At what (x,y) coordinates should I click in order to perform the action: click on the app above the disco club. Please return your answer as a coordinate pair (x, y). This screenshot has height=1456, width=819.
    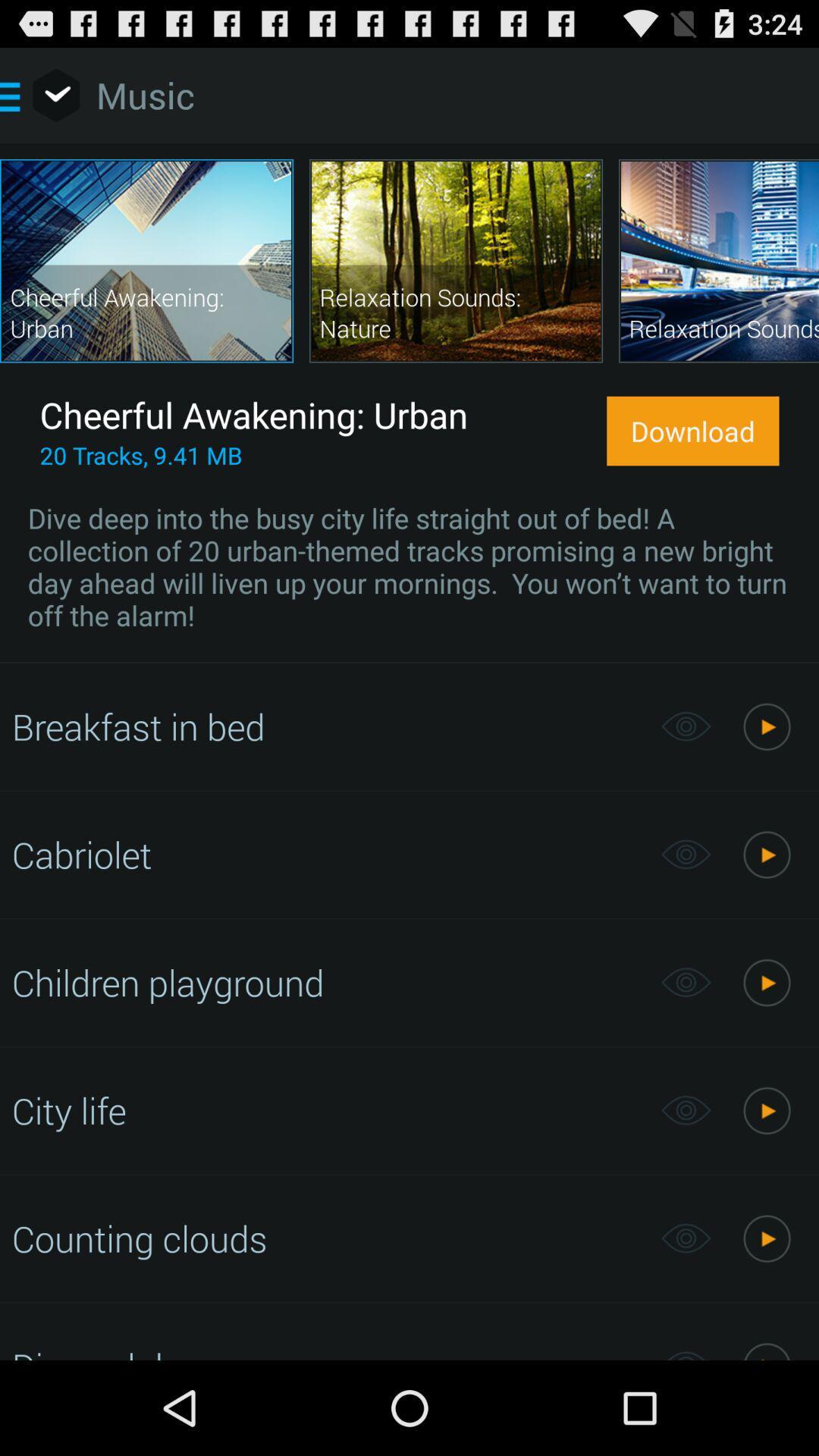
    Looking at the image, I should click on (328, 1238).